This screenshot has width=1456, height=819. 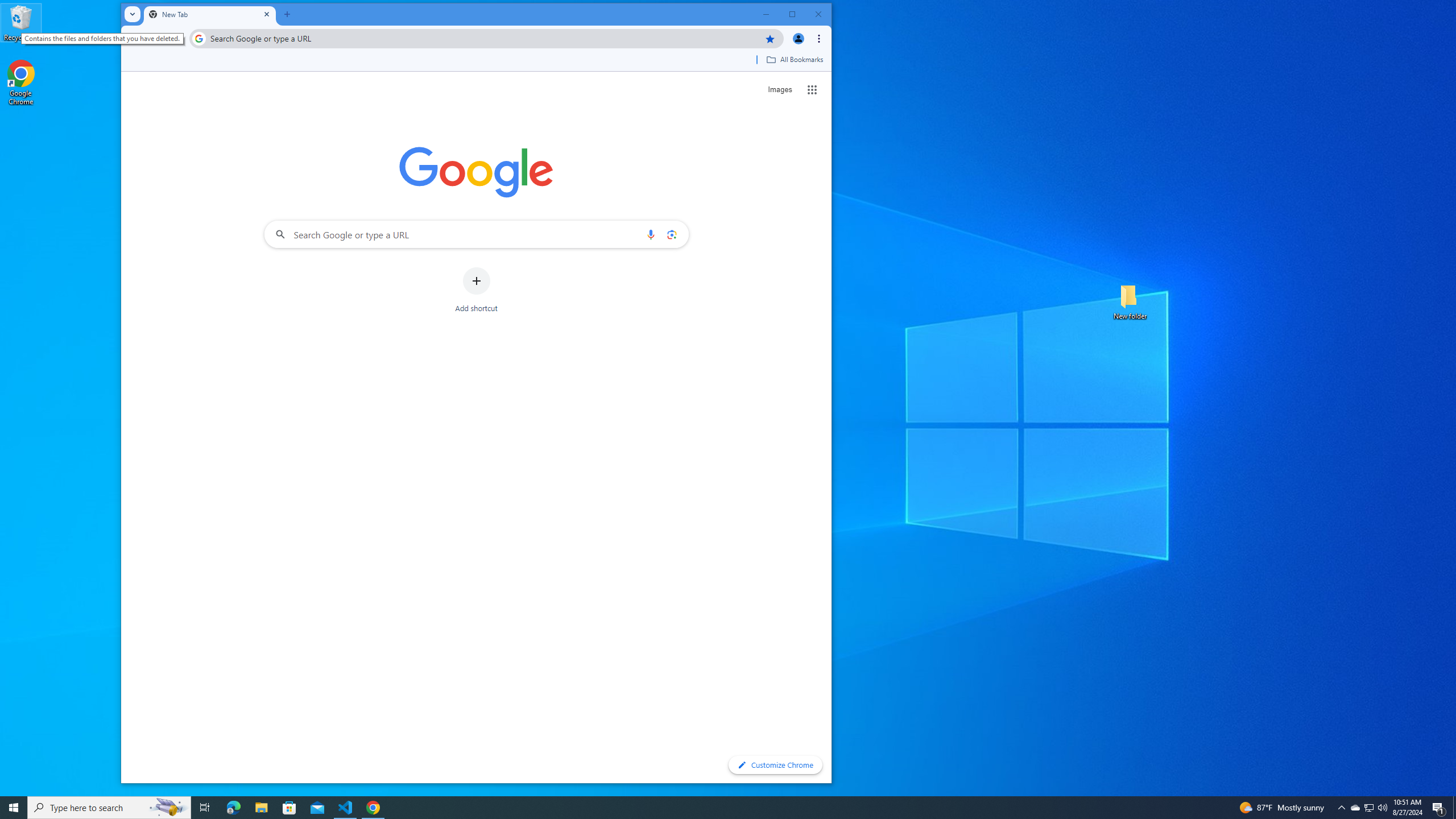 What do you see at coordinates (1130, 300) in the screenshot?
I see `'New folder'` at bounding box center [1130, 300].